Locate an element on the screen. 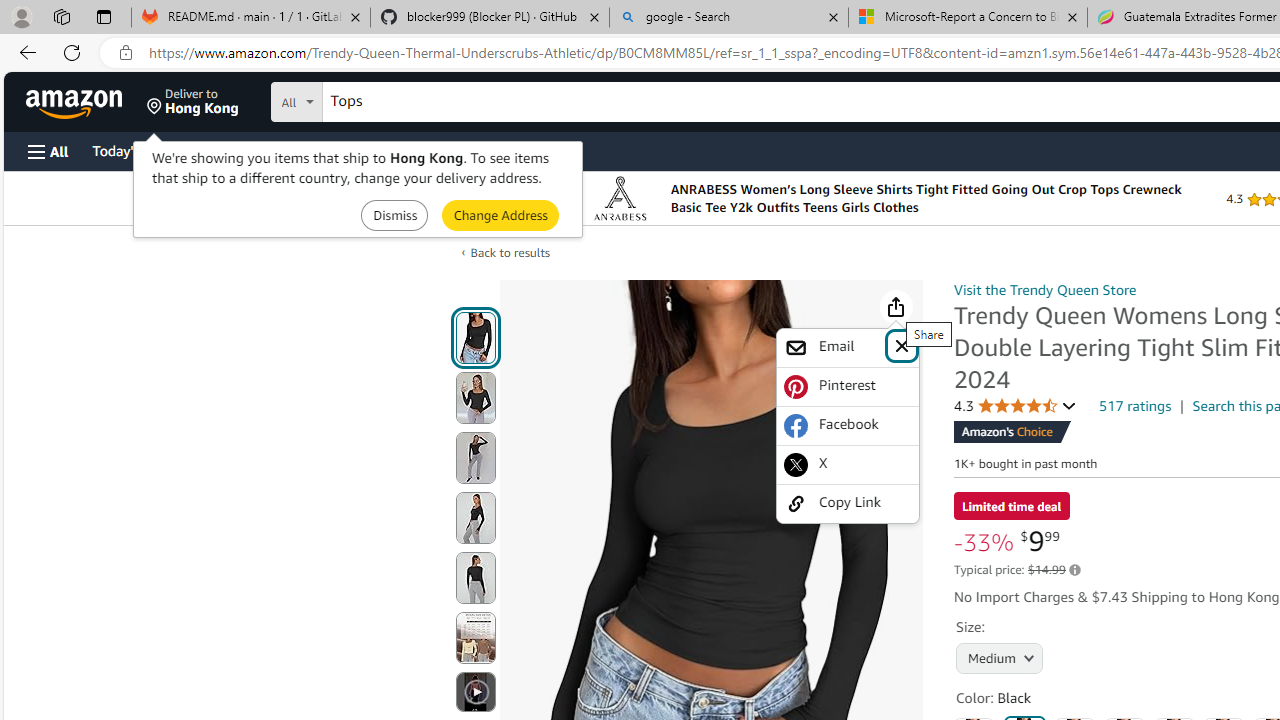  'X' is located at coordinates (848, 465).